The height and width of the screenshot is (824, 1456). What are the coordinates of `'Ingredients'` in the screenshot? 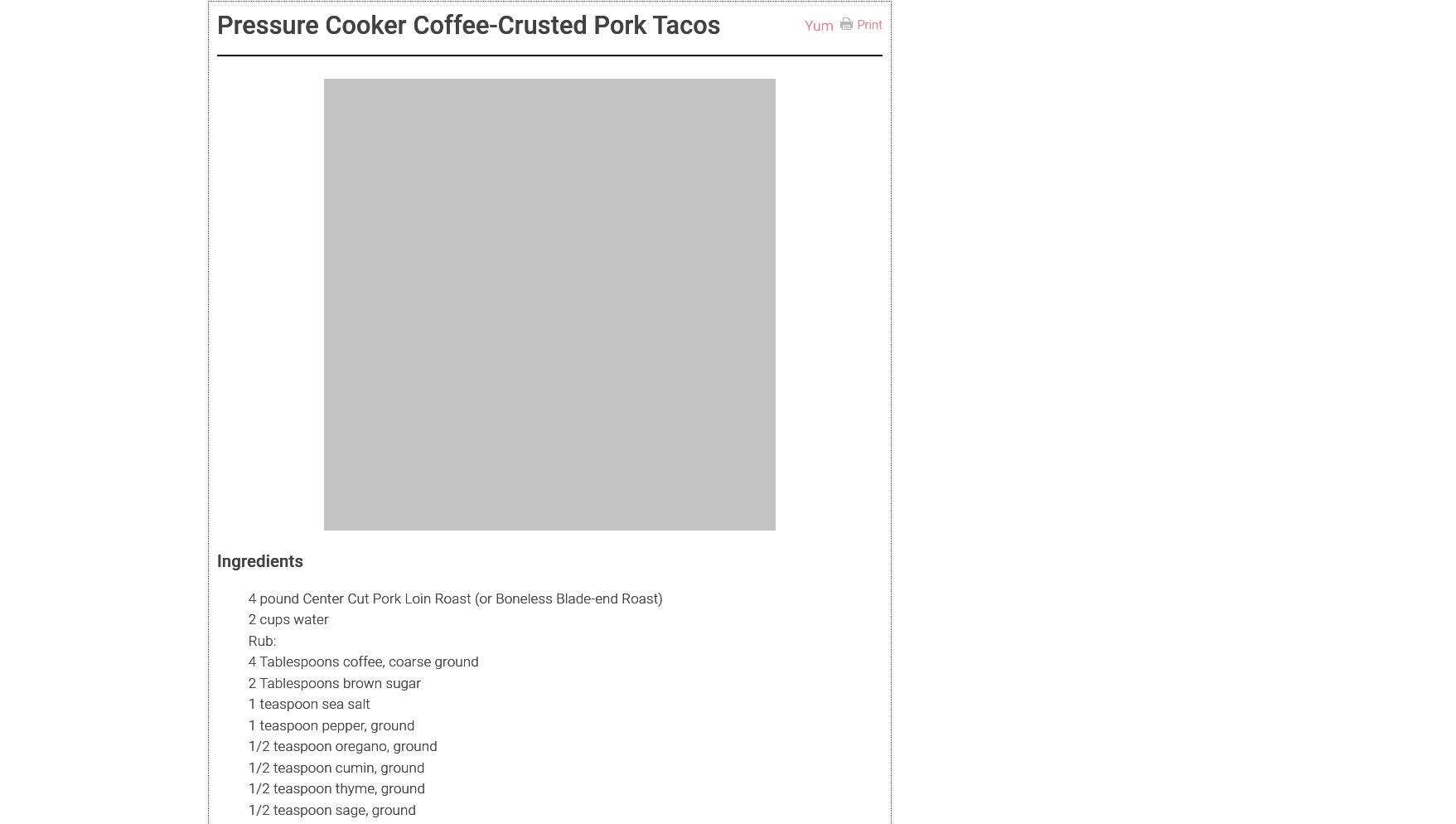 It's located at (259, 560).